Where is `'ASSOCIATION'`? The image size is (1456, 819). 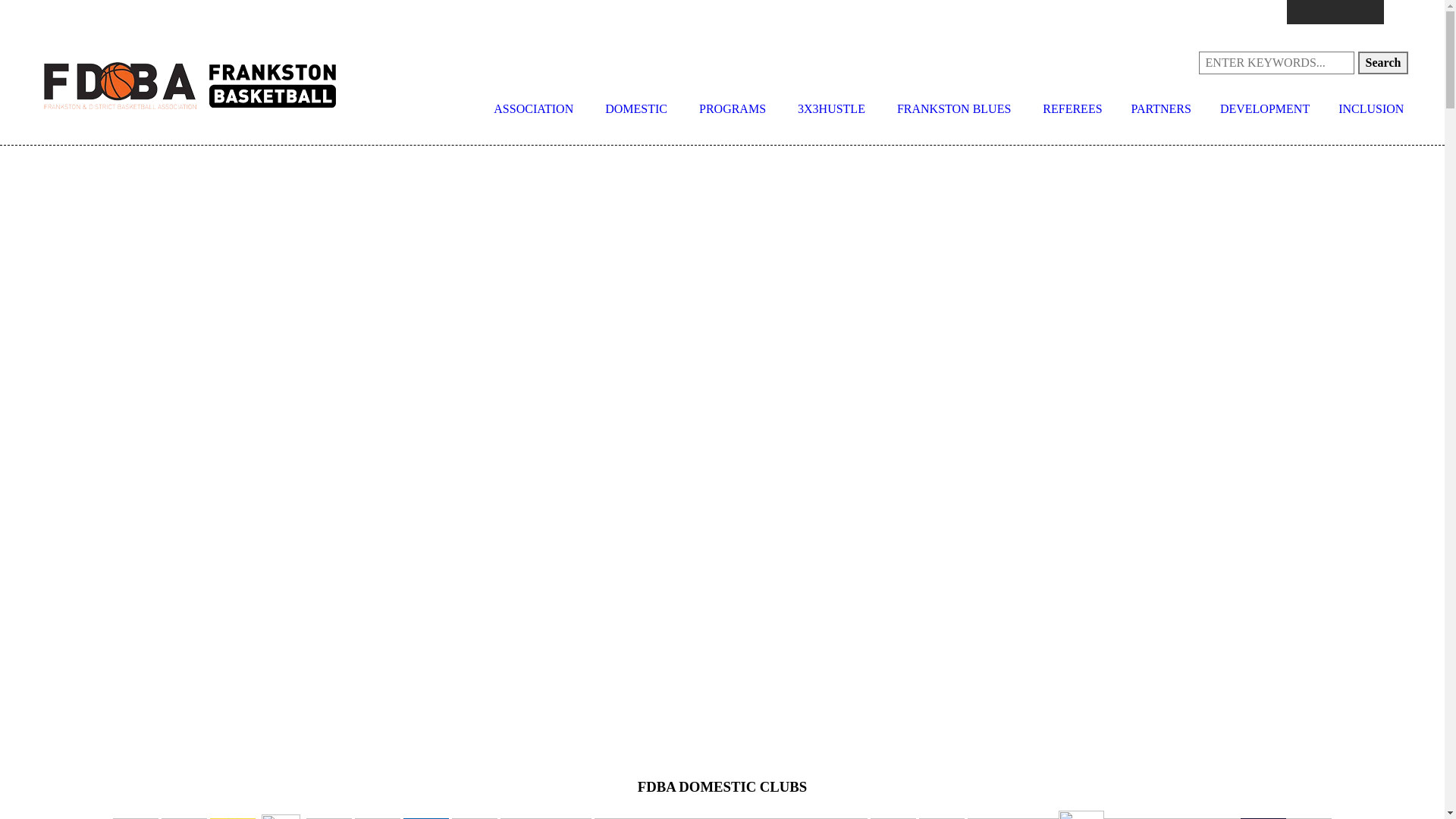
'ASSOCIATION' is located at coordinates (533, 108).